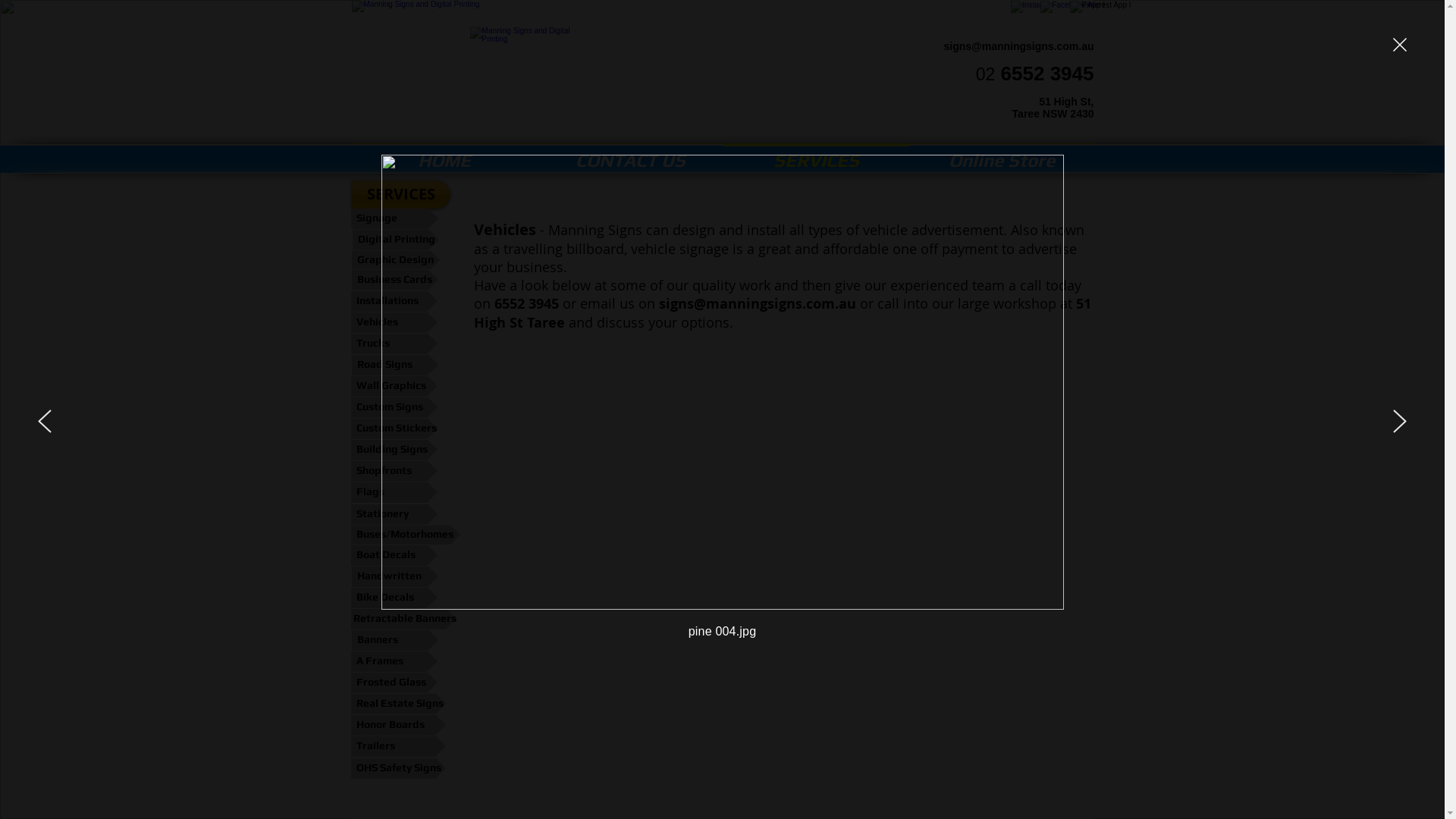 This screenshot has height=819, width=1456. I want to click on 'Shopfronts', so click(349, 470).